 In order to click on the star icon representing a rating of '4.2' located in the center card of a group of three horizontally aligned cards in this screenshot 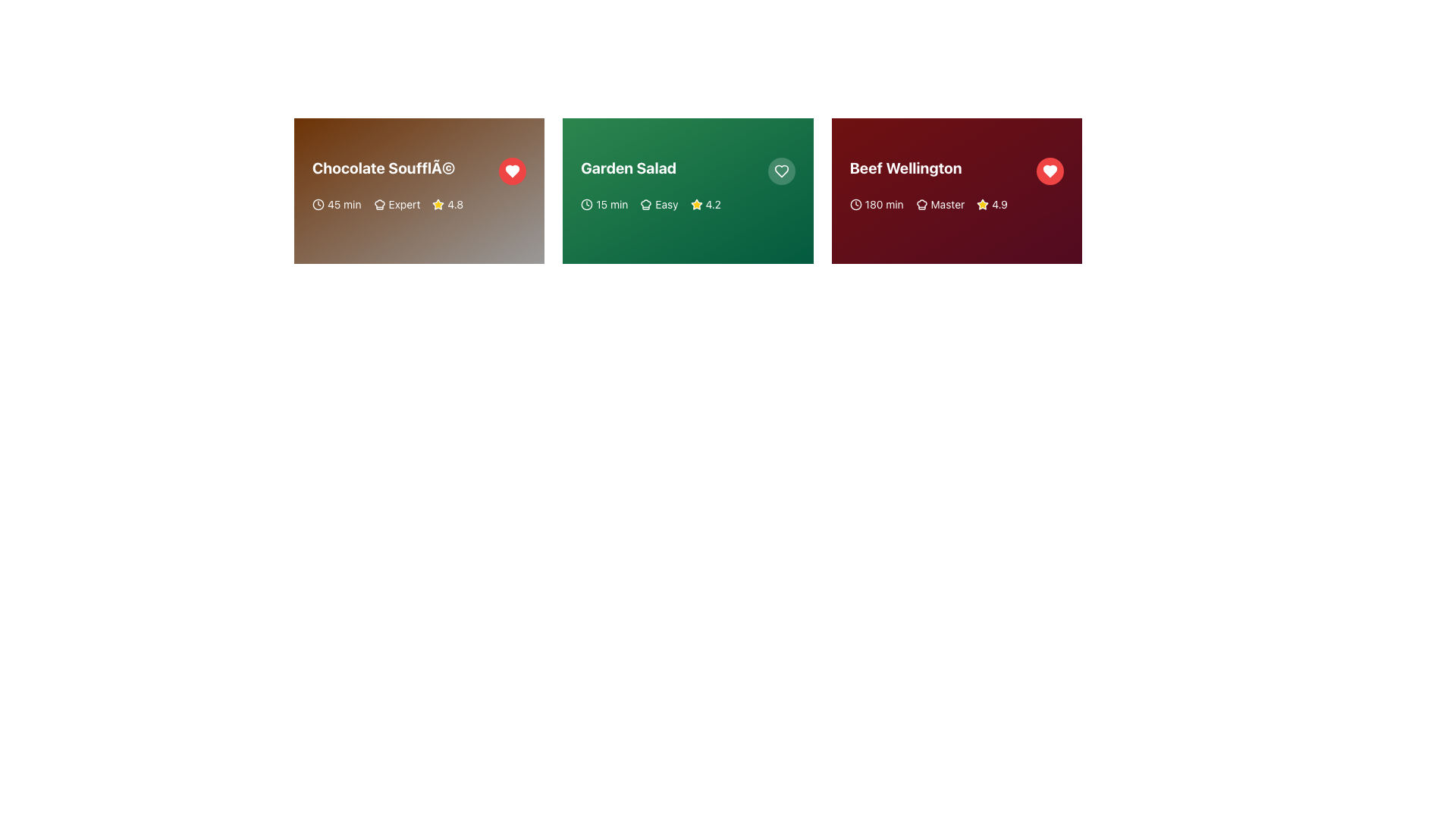, I will do `click(695, 205)`.